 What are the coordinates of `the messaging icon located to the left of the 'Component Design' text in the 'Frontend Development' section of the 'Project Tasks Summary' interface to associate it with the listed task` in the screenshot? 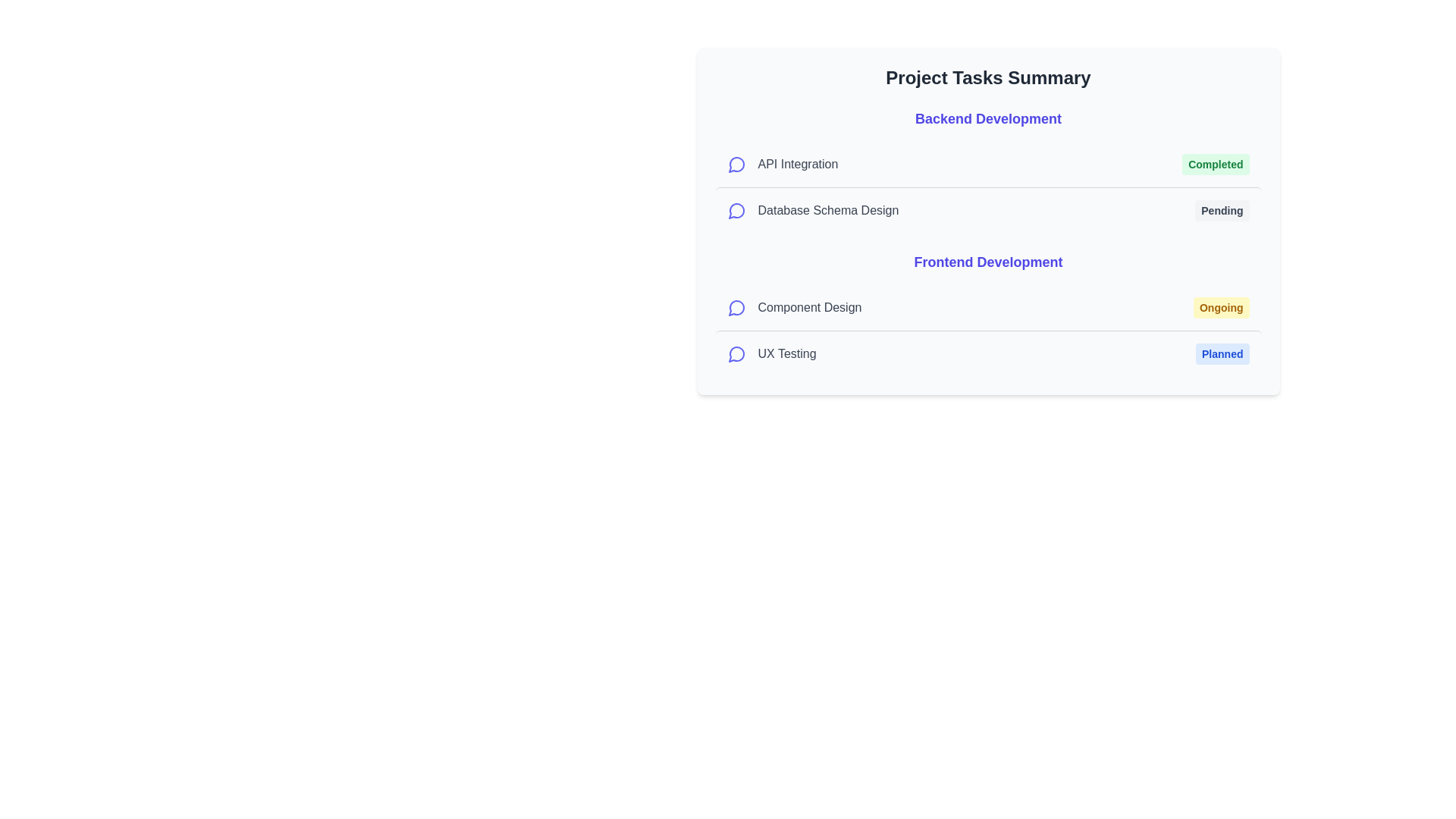 It's located at (736, 307).